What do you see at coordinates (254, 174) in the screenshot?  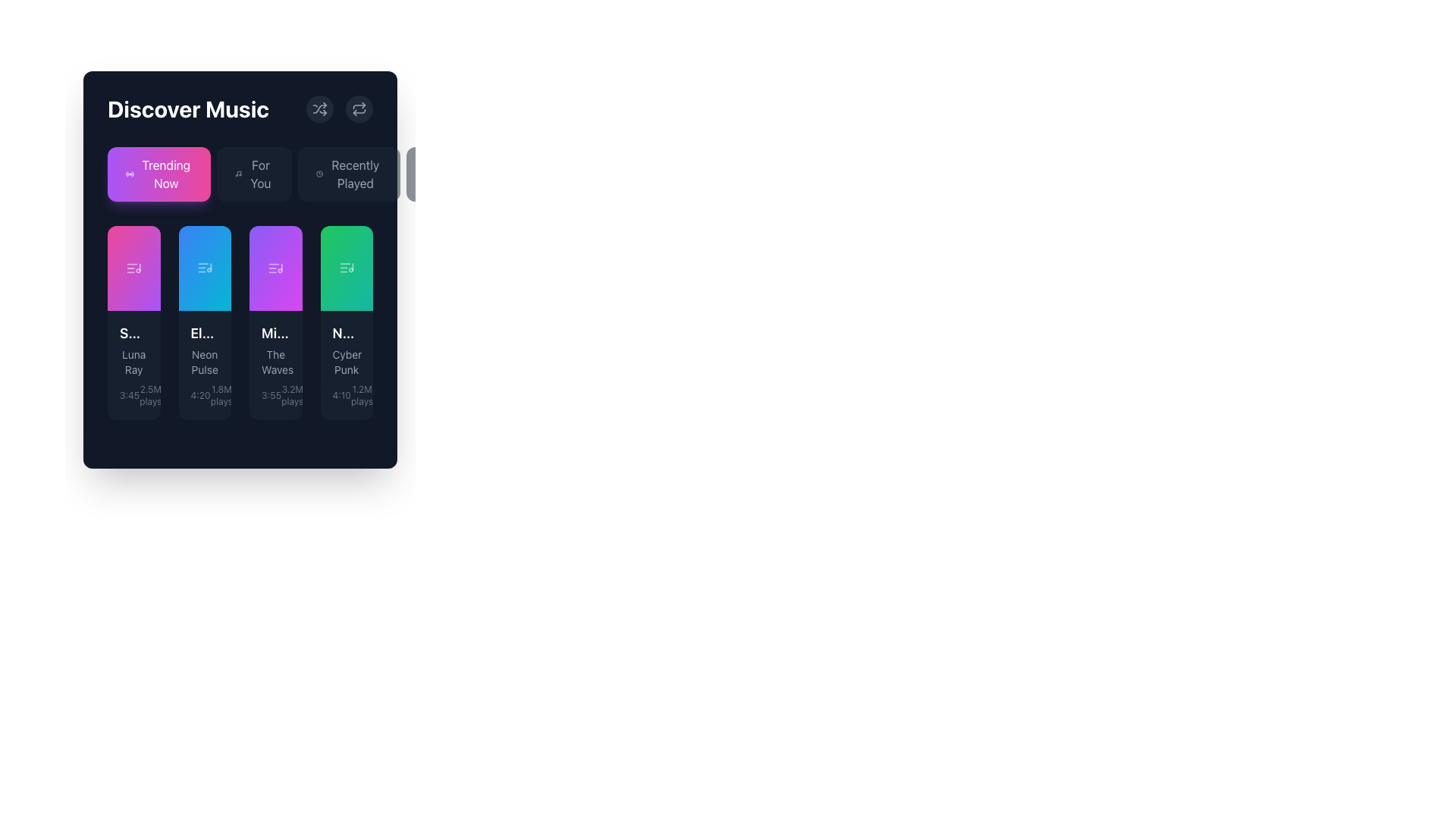 I see `the button located in the middle of the horizontal grouping of buttons beneath the 'Discover Music' title` at bounding box center [254, 174].